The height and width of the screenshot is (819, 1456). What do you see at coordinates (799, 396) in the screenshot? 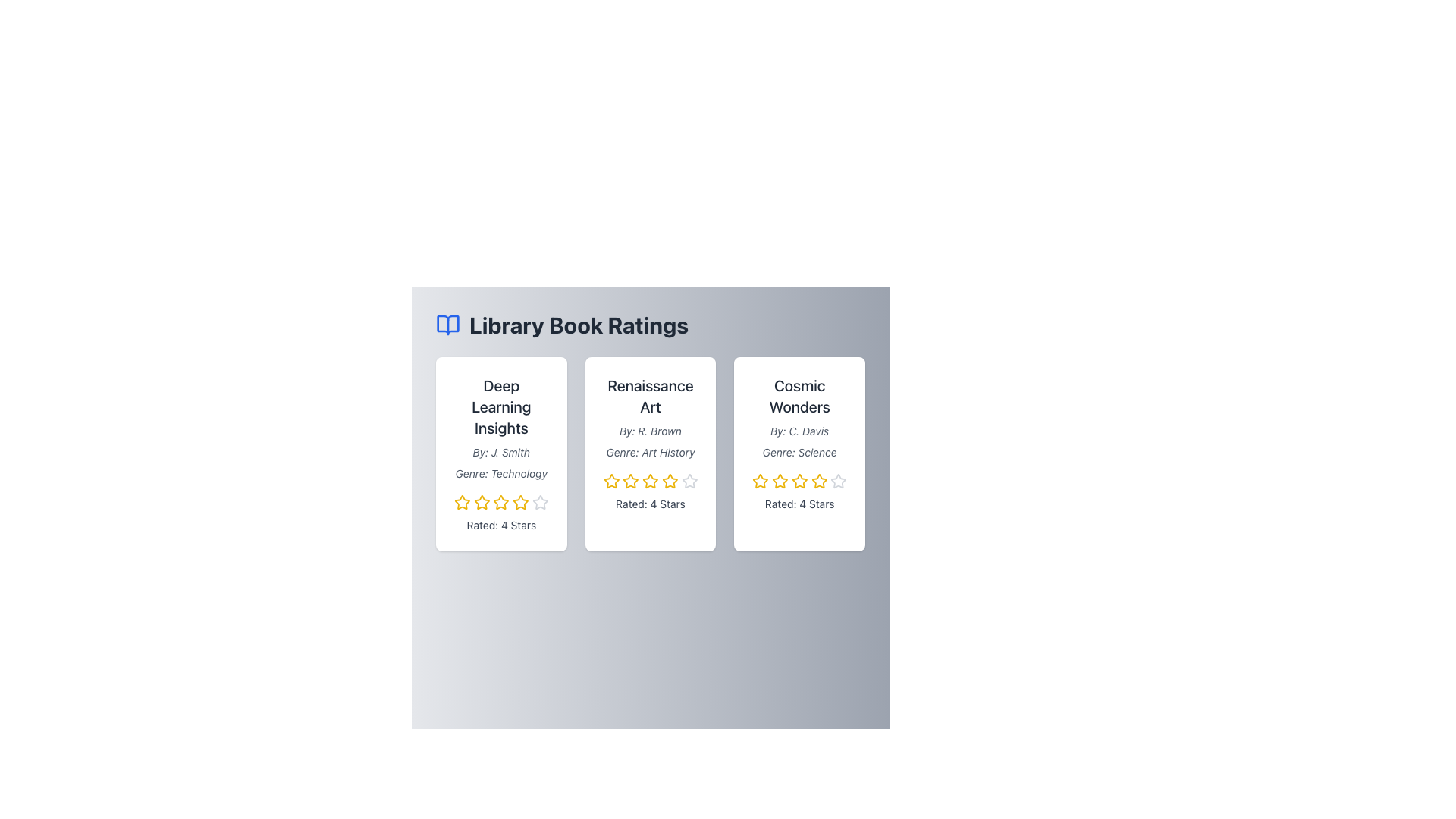
I see `the text label displaying 'Cosmic Wonders', which is styled in bold, large font and located at the top-center of the card about the book` at bounding box center [799, 396].